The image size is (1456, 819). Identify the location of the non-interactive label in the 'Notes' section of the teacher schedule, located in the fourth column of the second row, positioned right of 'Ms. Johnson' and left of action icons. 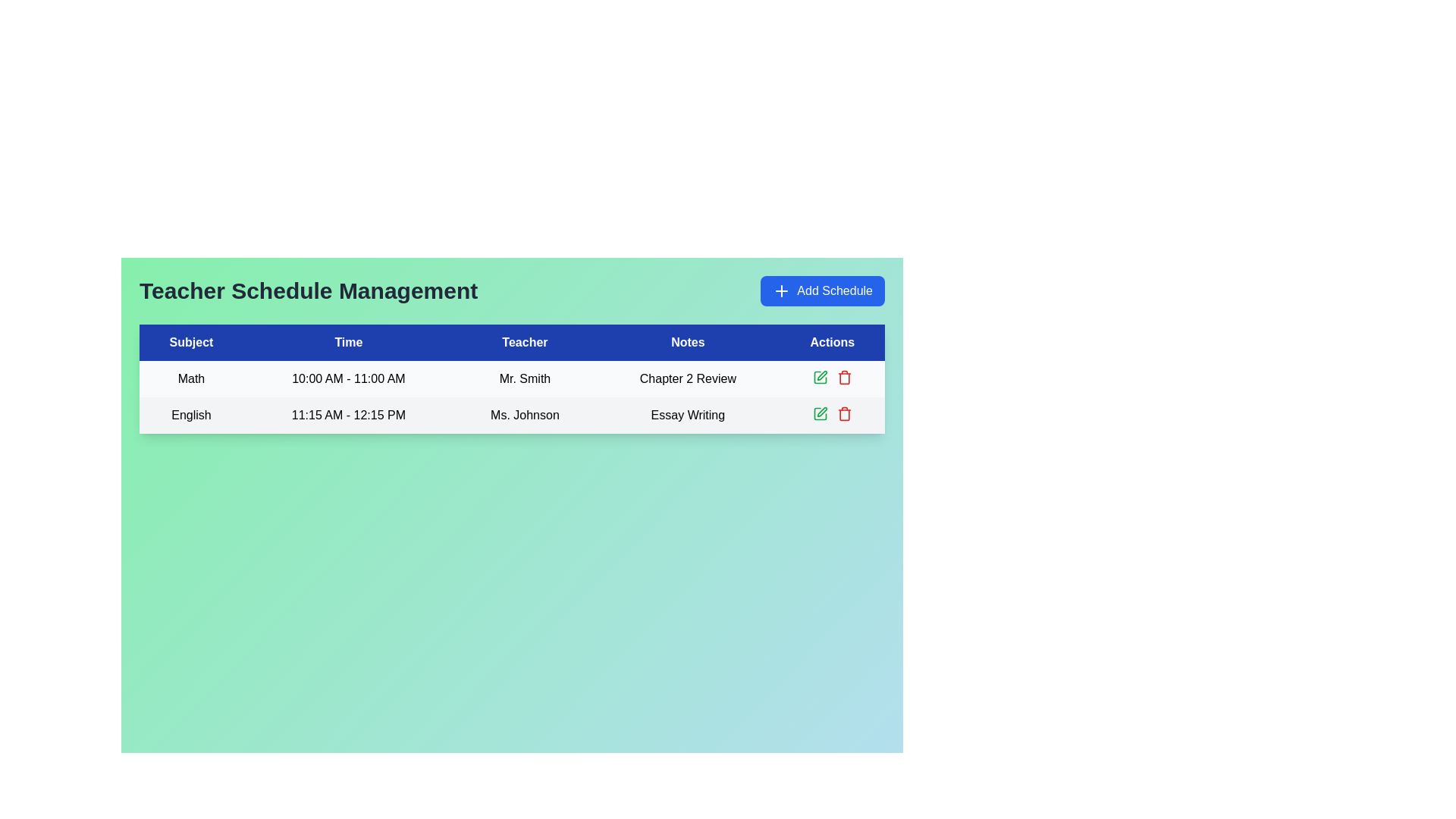
(687, 415).